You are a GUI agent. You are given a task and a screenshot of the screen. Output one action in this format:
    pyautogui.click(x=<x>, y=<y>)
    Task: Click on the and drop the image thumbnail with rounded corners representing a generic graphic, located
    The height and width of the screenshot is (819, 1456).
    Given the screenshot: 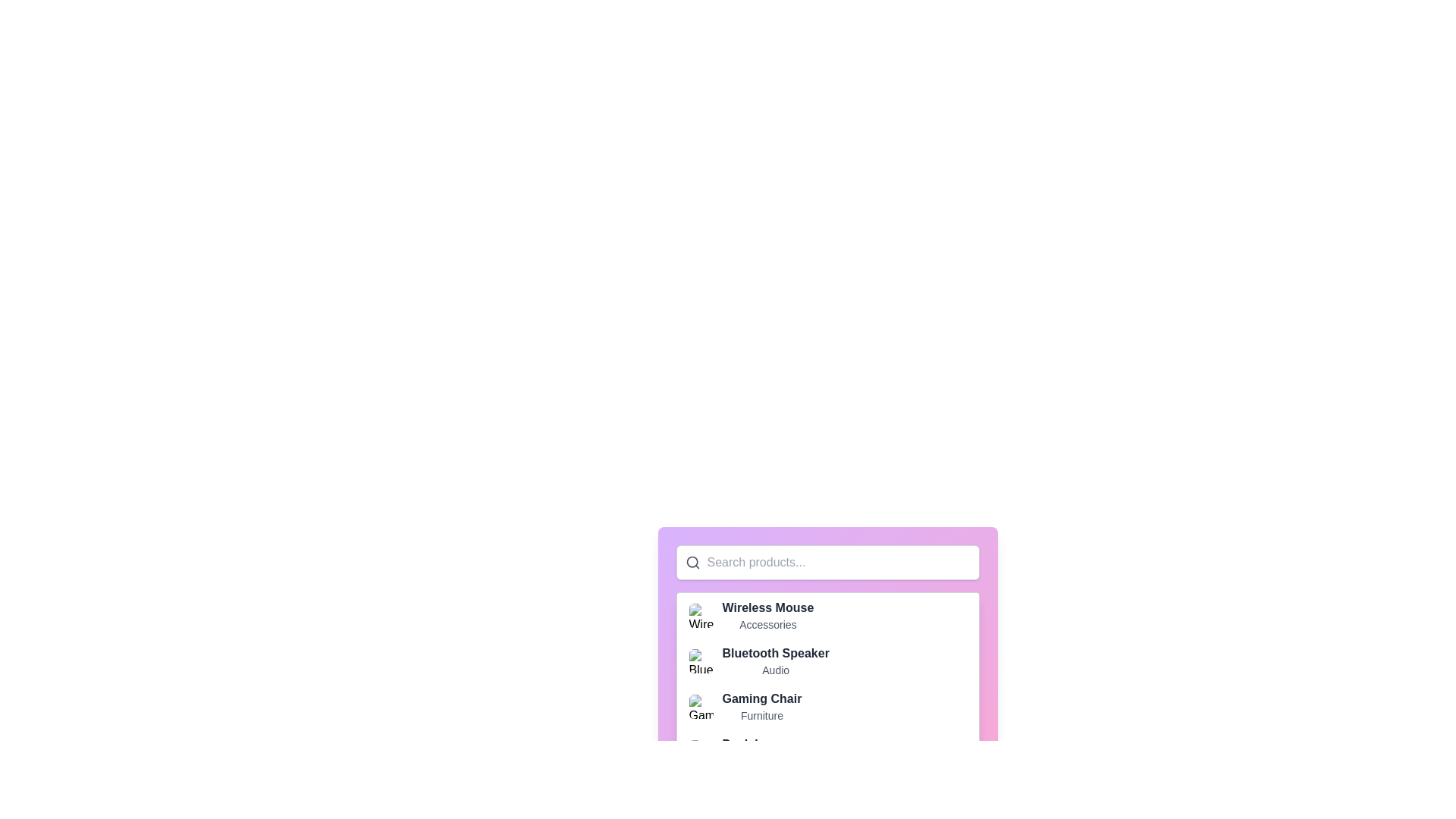 What is the action you would take?
    pyautogui.click(x=700, y=707)
    